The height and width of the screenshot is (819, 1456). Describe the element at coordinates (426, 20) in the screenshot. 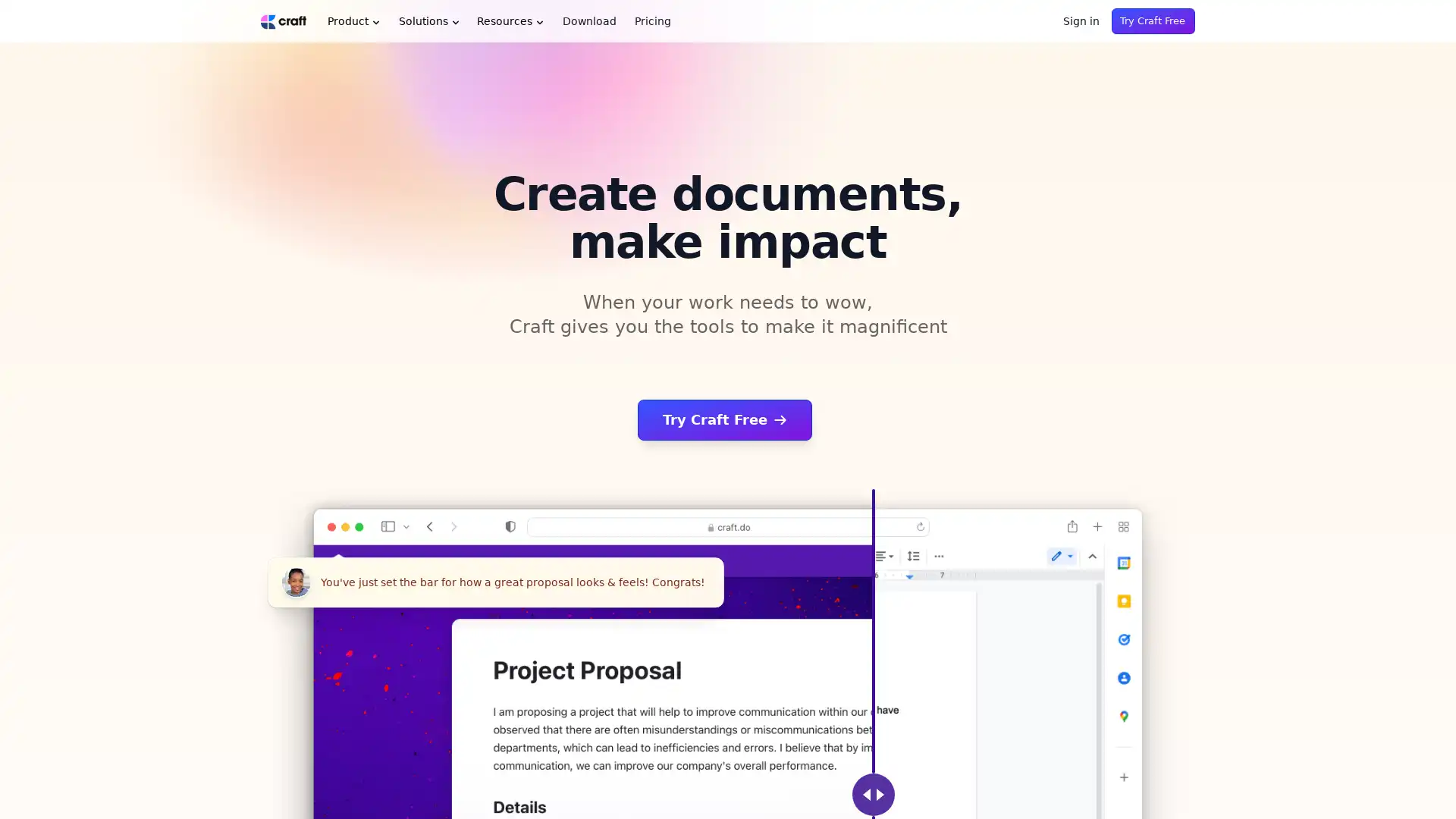

I see `Solutions` at that location.